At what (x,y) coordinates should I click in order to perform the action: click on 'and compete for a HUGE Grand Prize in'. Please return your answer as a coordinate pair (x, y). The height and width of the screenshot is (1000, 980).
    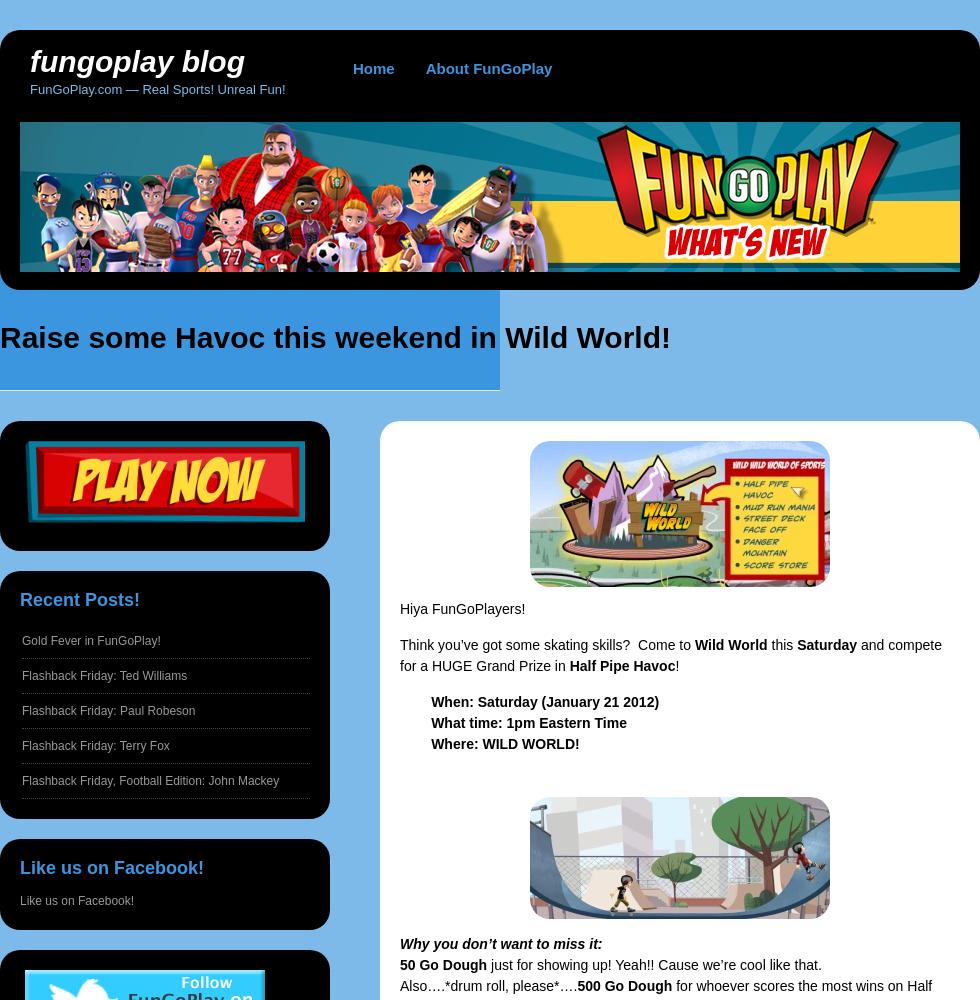
    Looking at the image, I should click on (670, 655).